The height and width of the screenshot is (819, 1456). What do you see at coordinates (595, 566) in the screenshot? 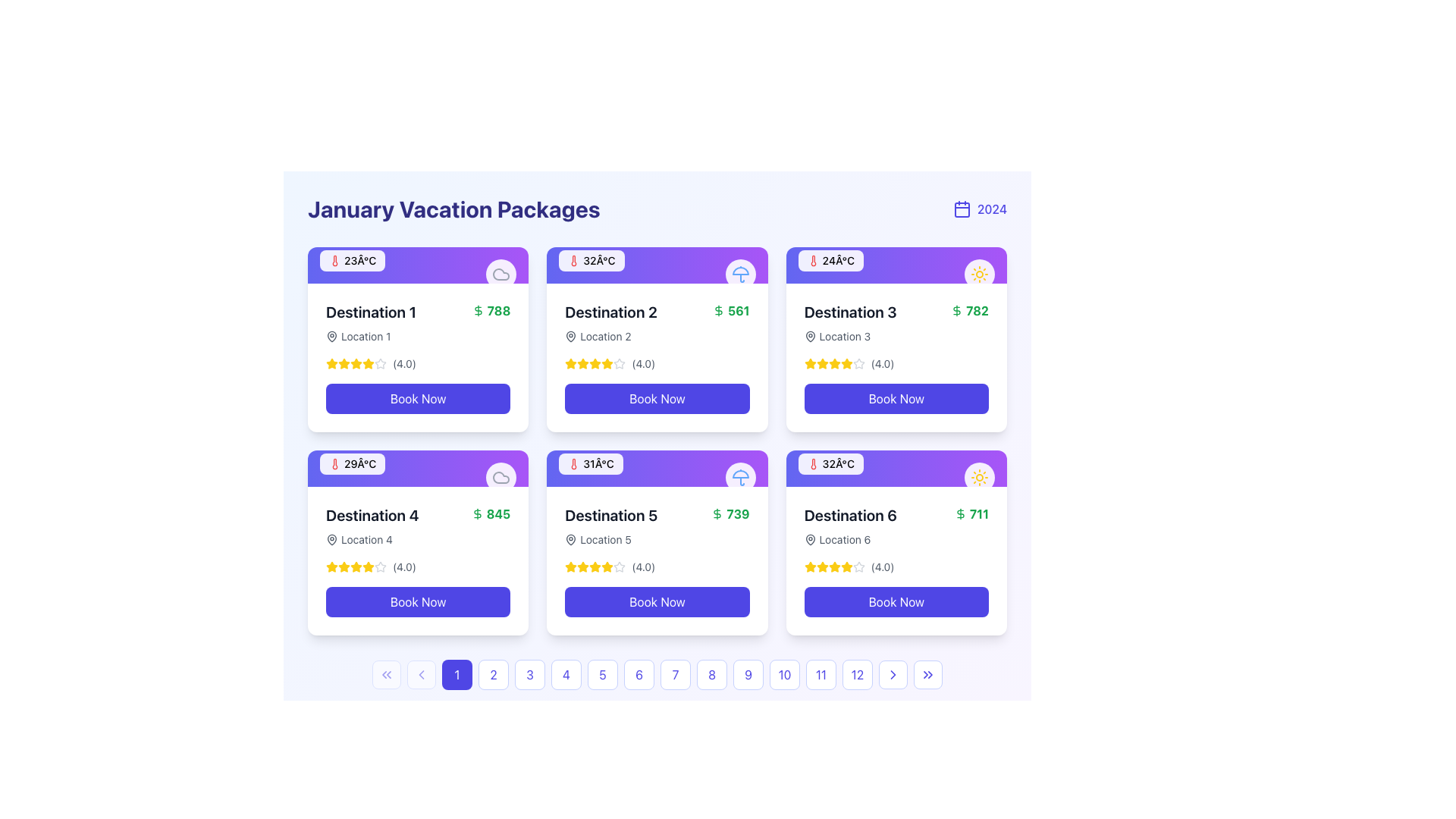
I see `the third star in the rating system located in the 'Destination 5' card to update the rating` at bounding box center [595, 566].